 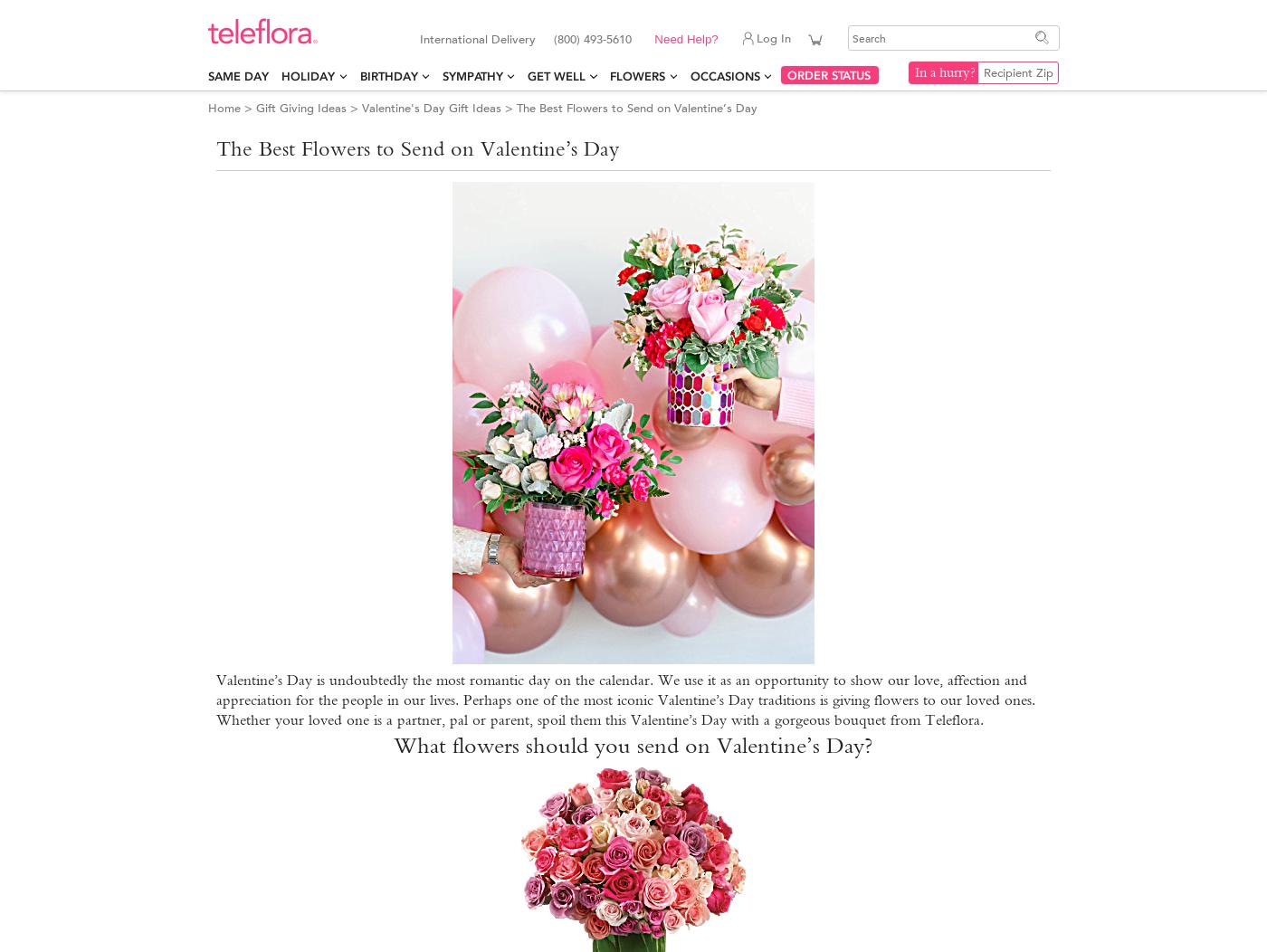 What do you see at coordinates (633, 744) in the screenshot?
I see `'What flowers should you send on Valentine’s Day?'` at bounding box center [633, 744].